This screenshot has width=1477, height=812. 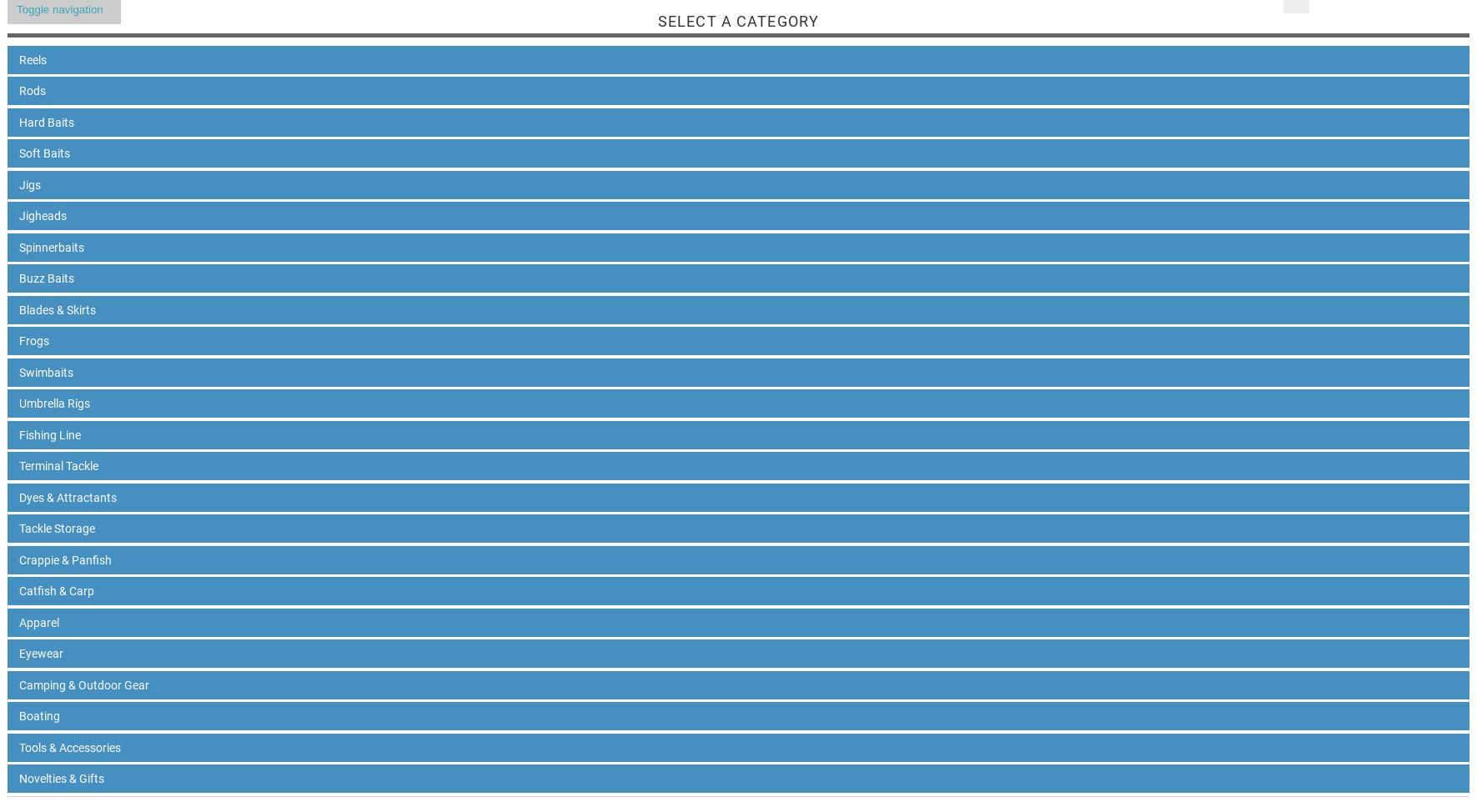 What do you see at coordinates (42, 214) in the screenshot?
I see `'Jigheads'` at bounding box center [42, 214].